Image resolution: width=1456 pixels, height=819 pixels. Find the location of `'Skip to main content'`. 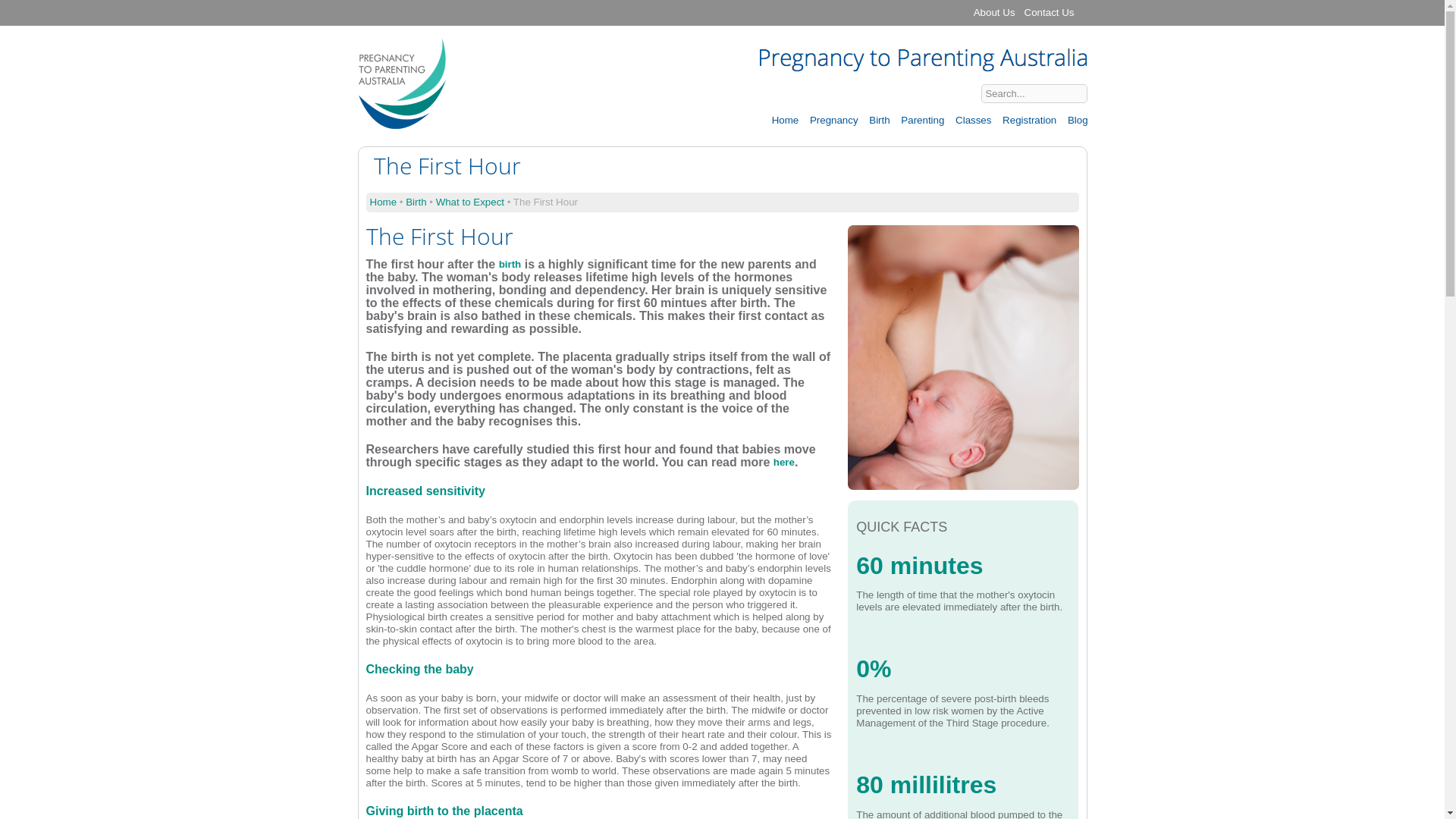

'Skip to main content' is located at coordinates (666, 2).